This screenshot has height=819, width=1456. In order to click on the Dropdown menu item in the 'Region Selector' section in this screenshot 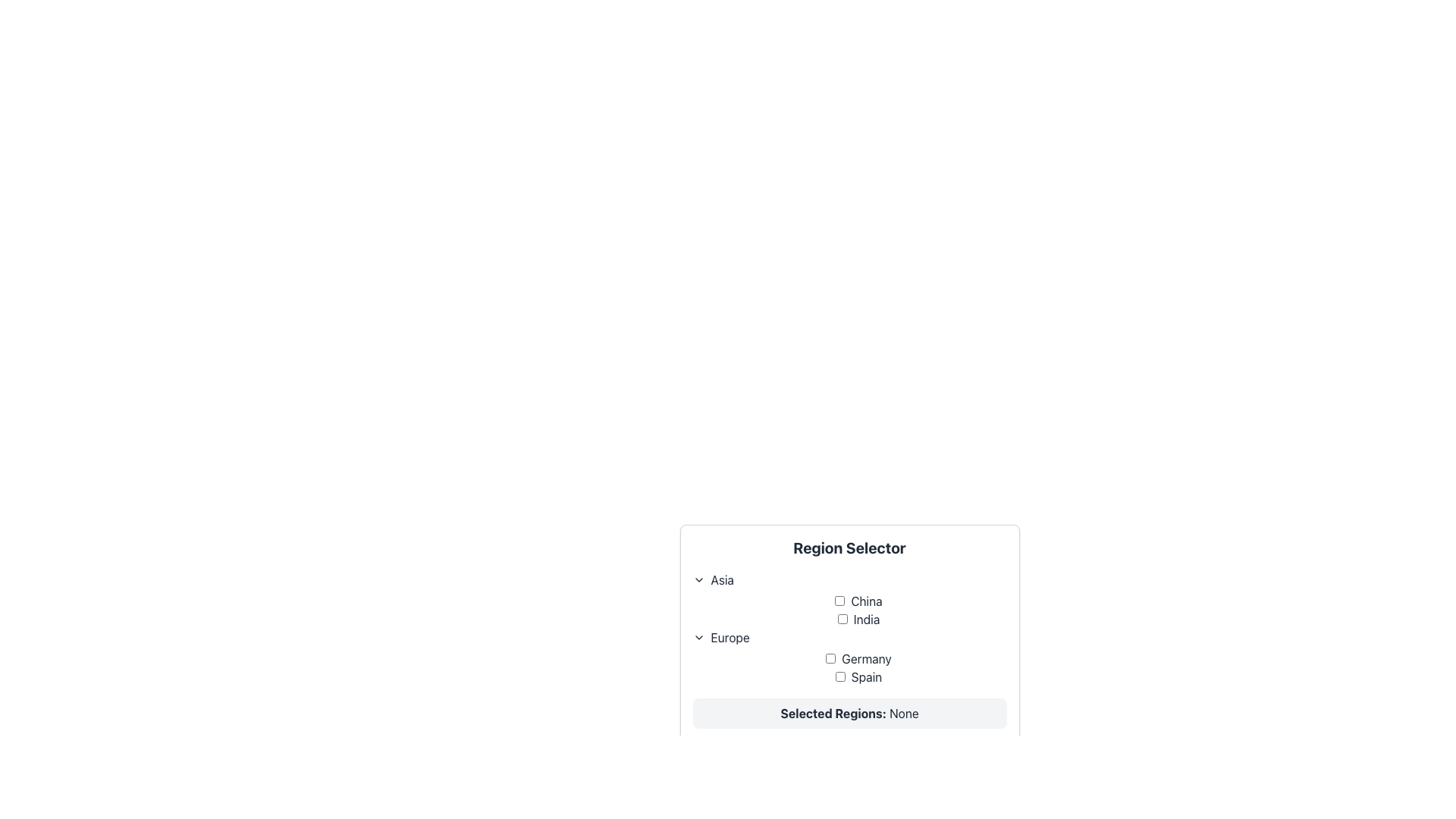, I will do `click(849, 579)`.